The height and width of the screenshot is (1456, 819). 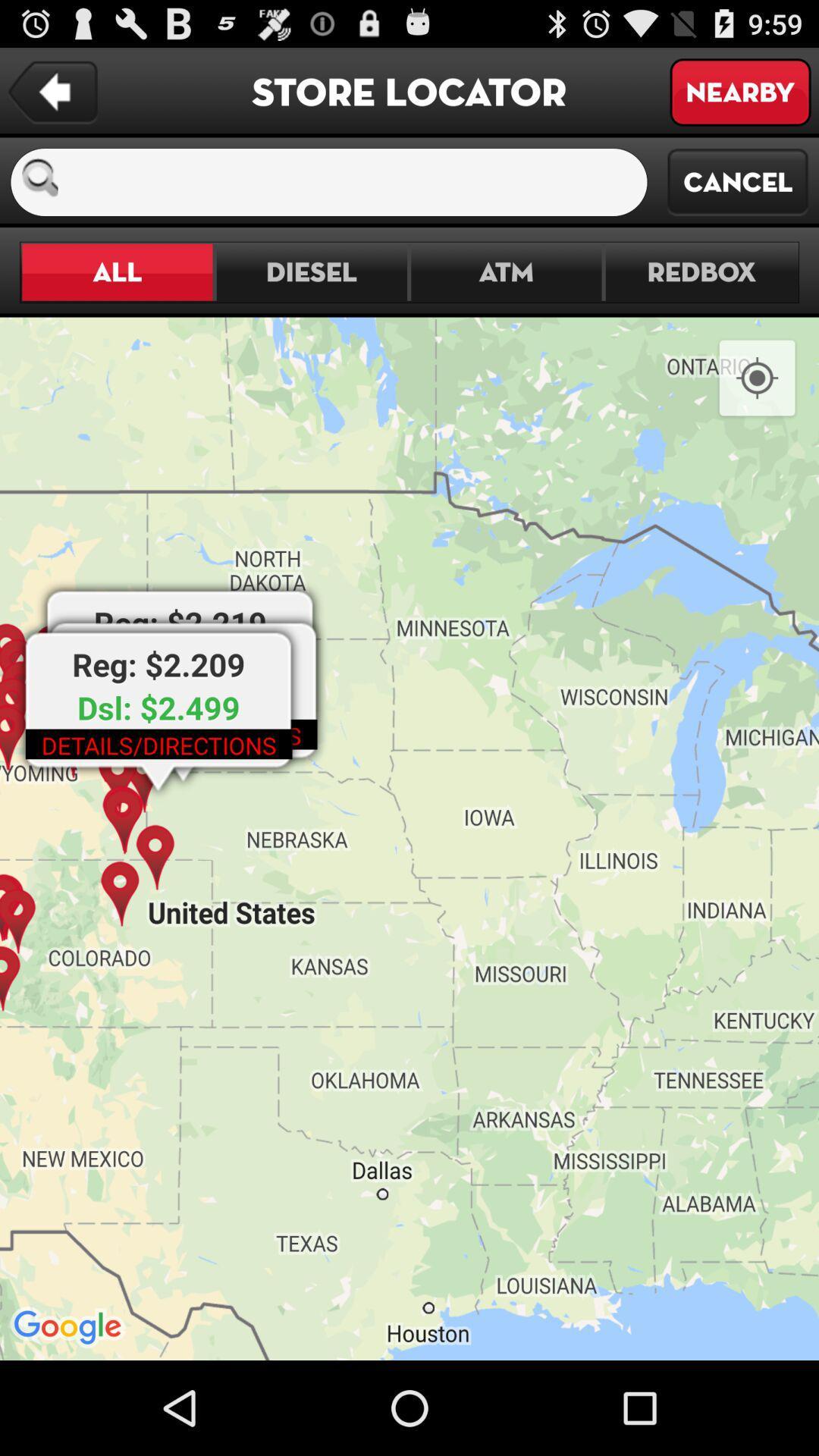 What do you see at coordinates (701, 272) in the screenshot?
I see `redbox` at bounding box center [701, 272].